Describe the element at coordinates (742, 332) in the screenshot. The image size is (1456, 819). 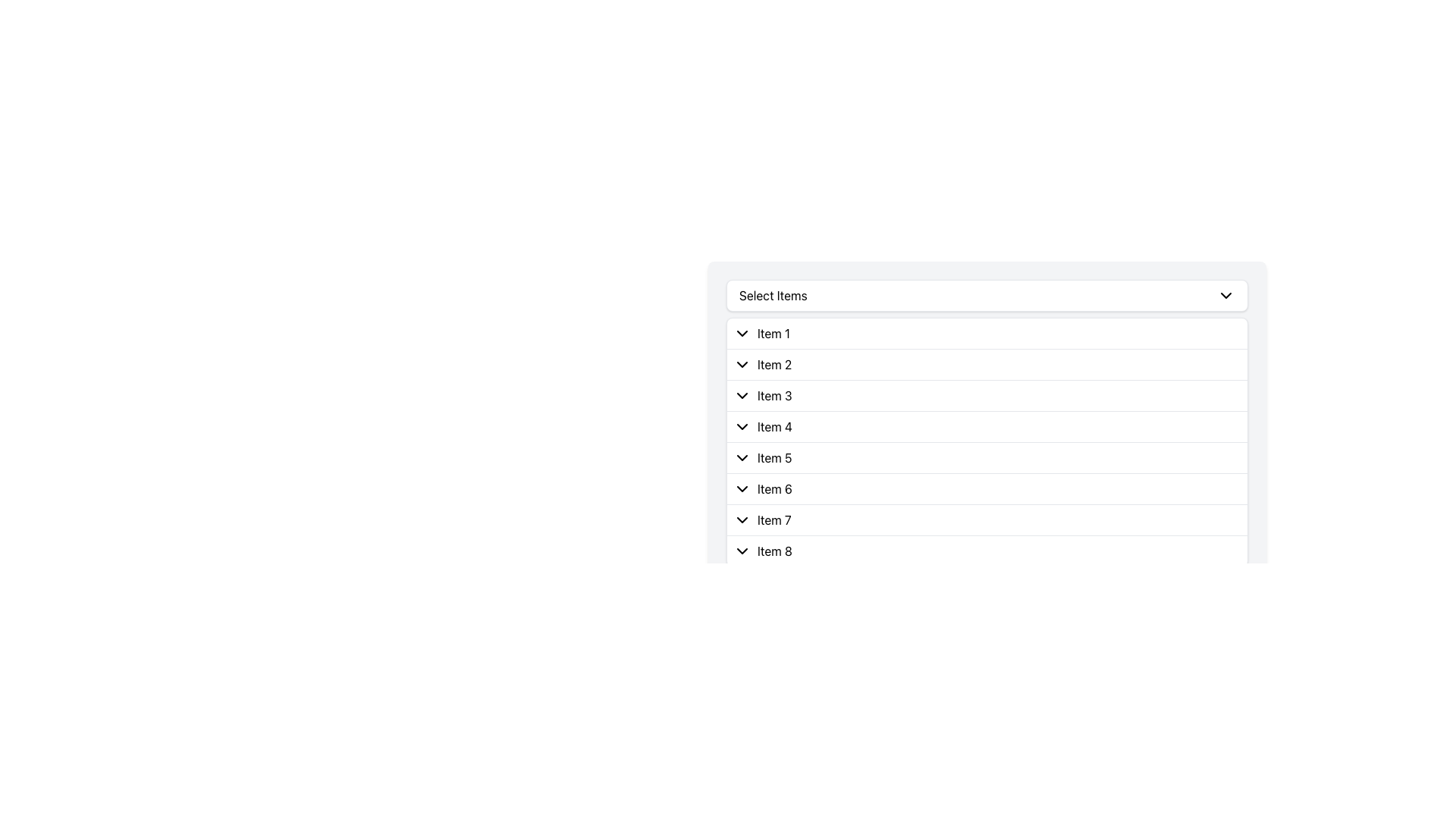
I see `the Chevron Down icon located to the left of 'Item 1', which indicates expandable content` at that location.